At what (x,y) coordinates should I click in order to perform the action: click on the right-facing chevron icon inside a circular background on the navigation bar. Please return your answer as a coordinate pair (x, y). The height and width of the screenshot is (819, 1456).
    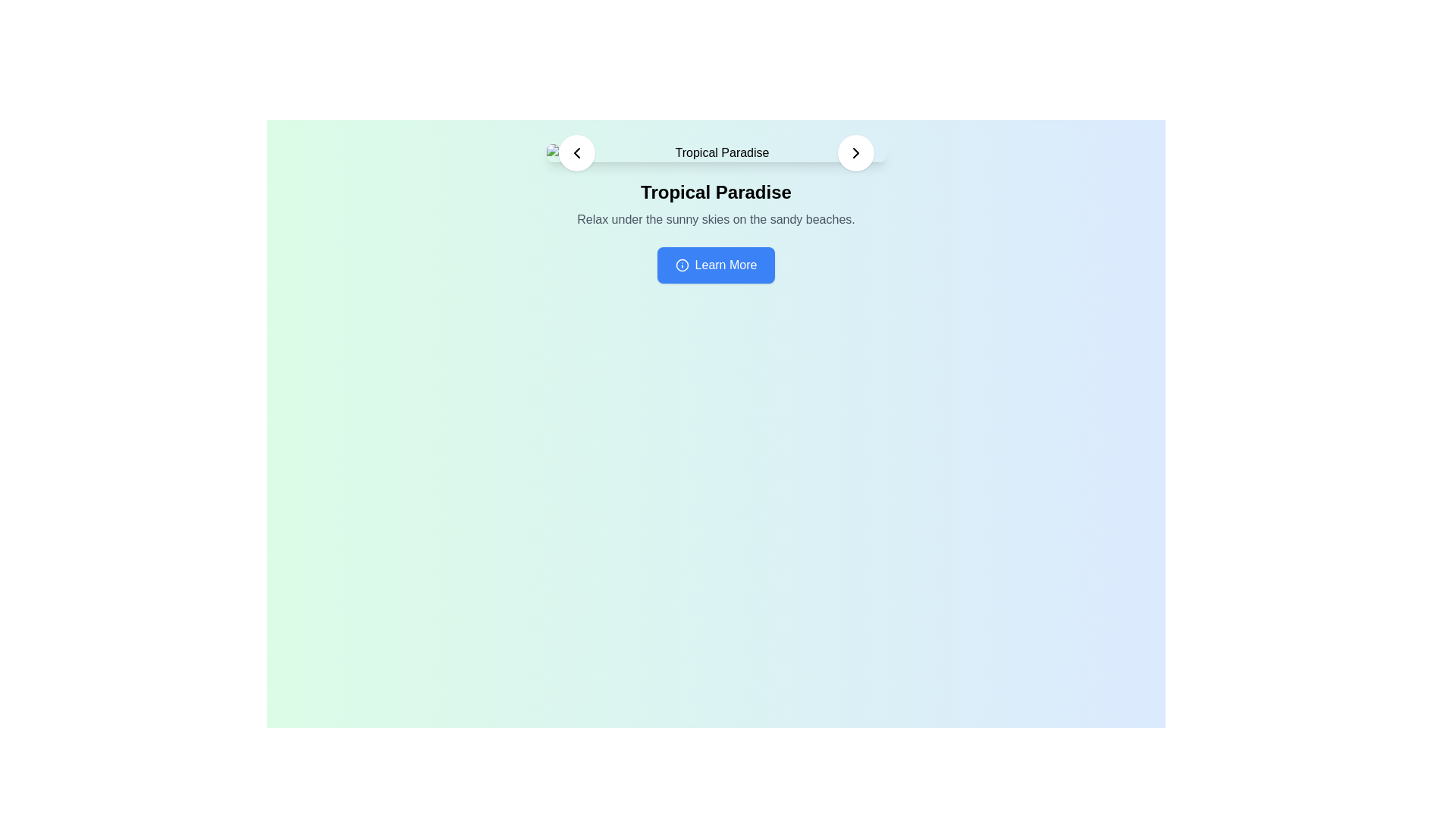
    Looking at the image, I should click on (855, 152).